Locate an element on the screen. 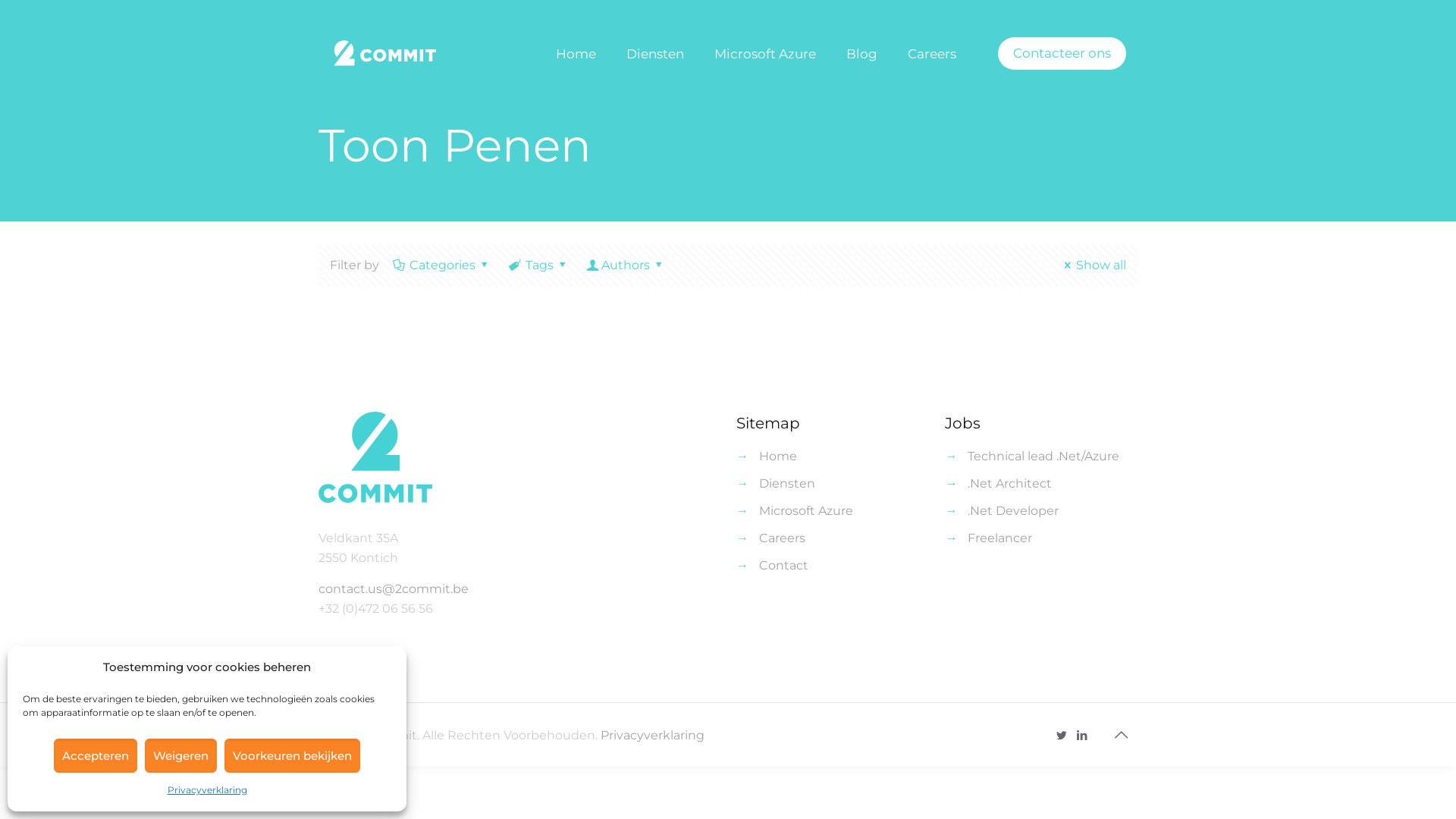 This screenshot has width=1456, height=819. 'Careers' is located at coordinates (782, 537).